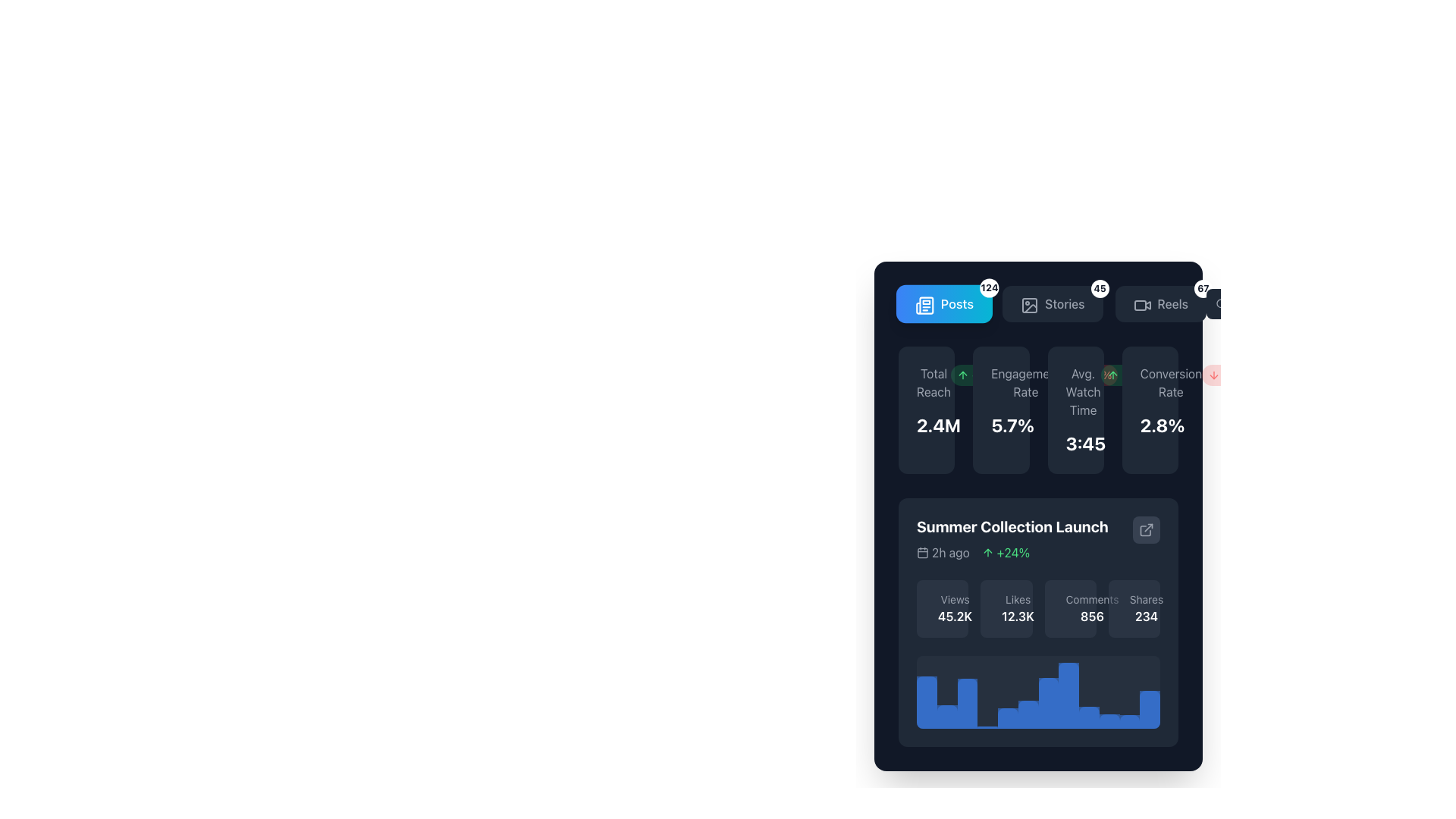 The height and width of the screenshot is (819, 1456). What do you see at coordinates (1150, 425) in the screenshot?
I see `value displayed in the large bold white text label showing '2.8%' located at the bottom of the 'Conversion Rate' card` at bounding box center [1150, 425].